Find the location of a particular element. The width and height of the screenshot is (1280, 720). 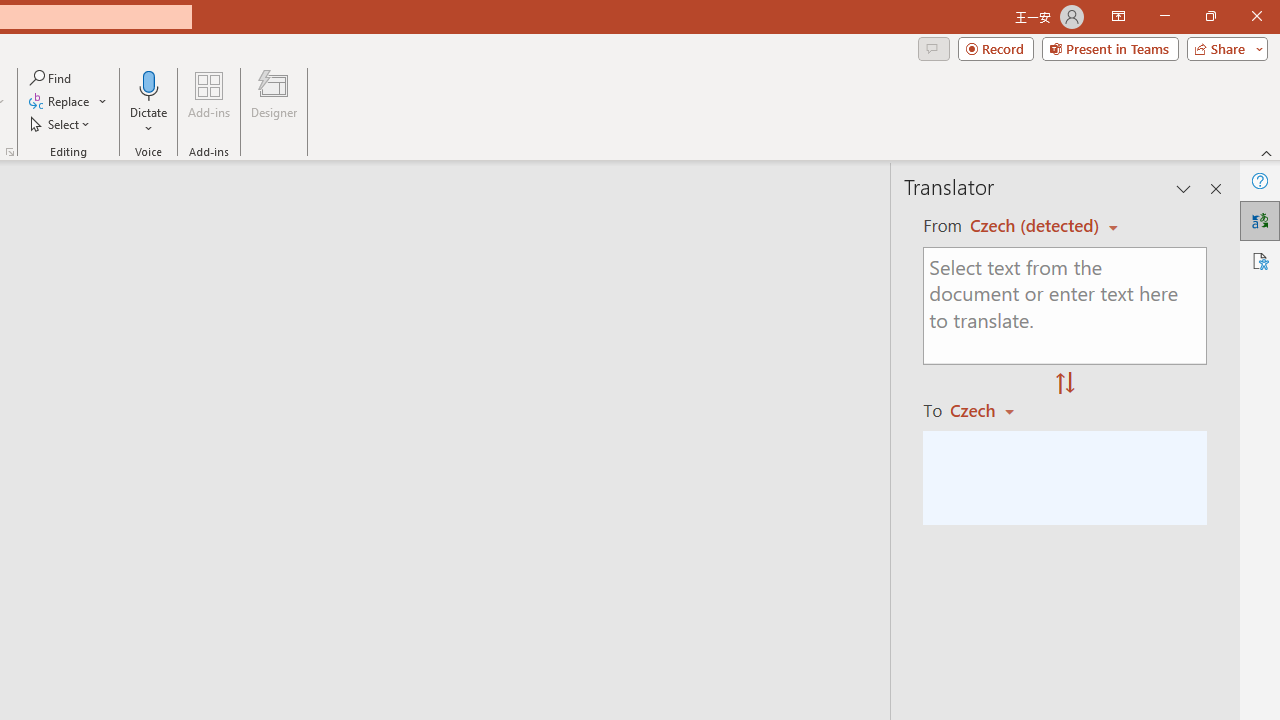

'Czech (detected)' is located at coordinates (1037, 225).